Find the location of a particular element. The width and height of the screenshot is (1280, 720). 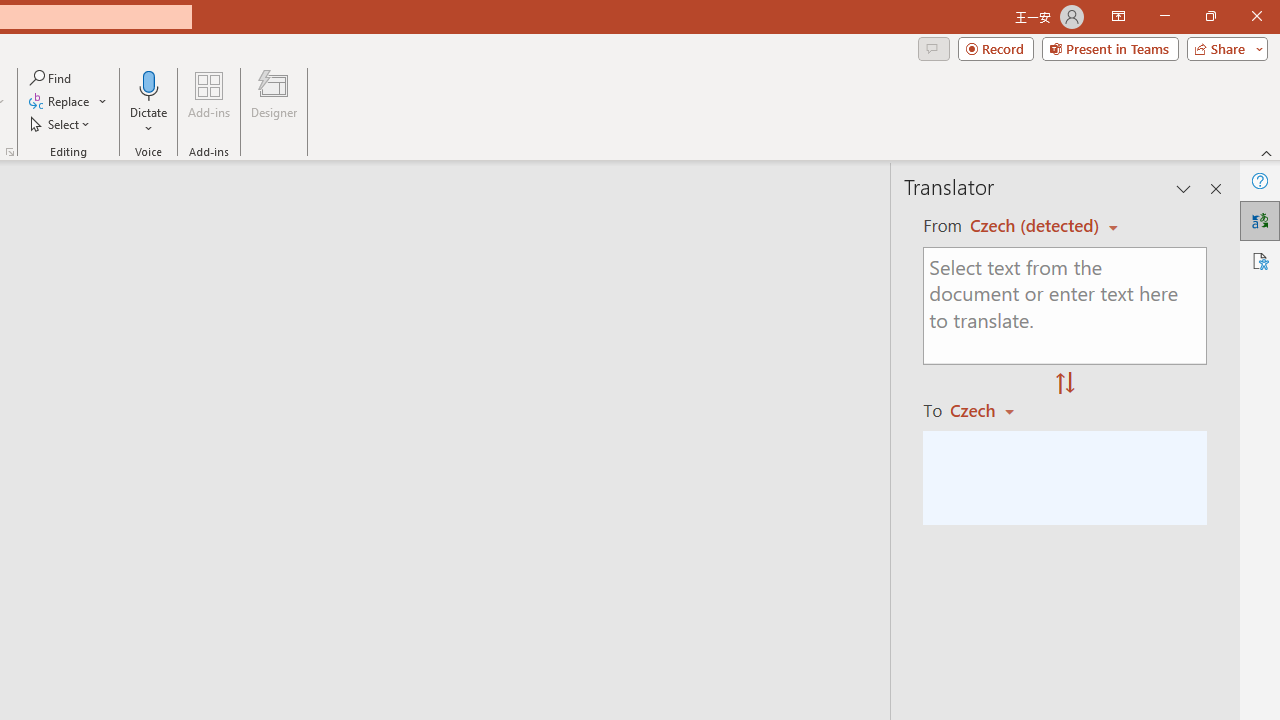

'Czech (detected)' is located at coordinates (1037, 225).